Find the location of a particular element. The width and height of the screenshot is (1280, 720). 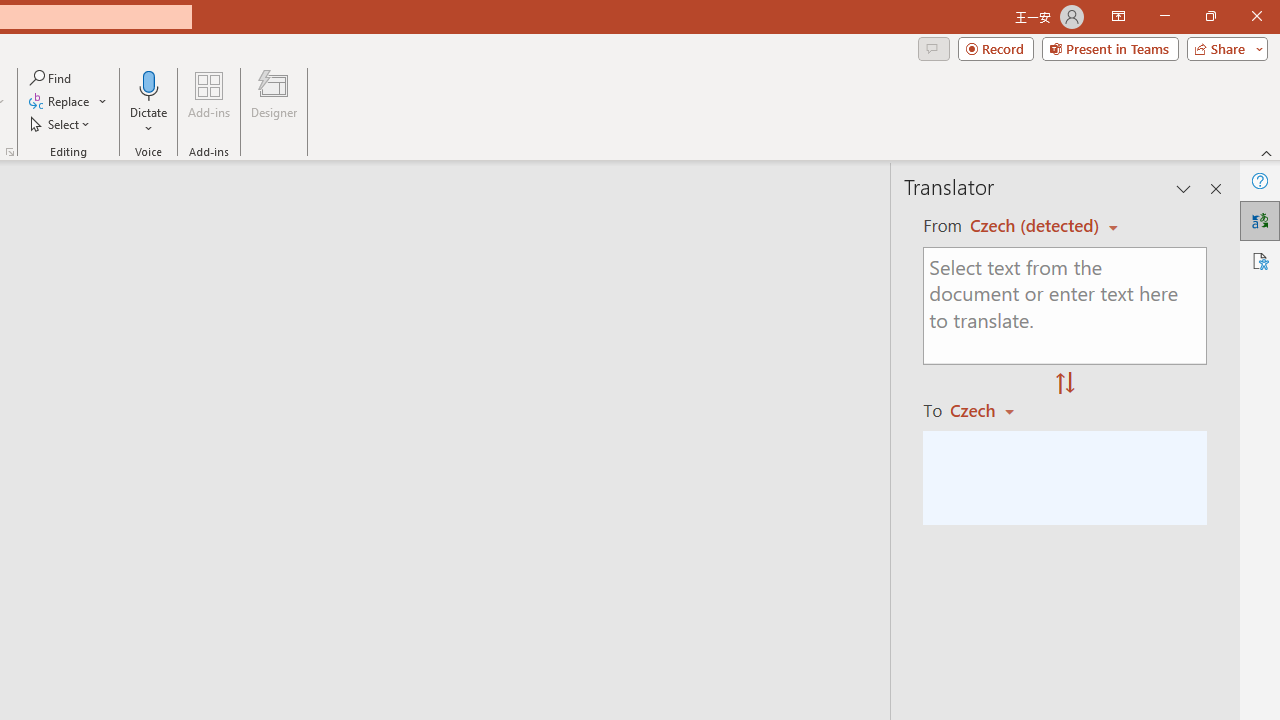

'Czech (detected)' is located at coordinates (1037, 225).